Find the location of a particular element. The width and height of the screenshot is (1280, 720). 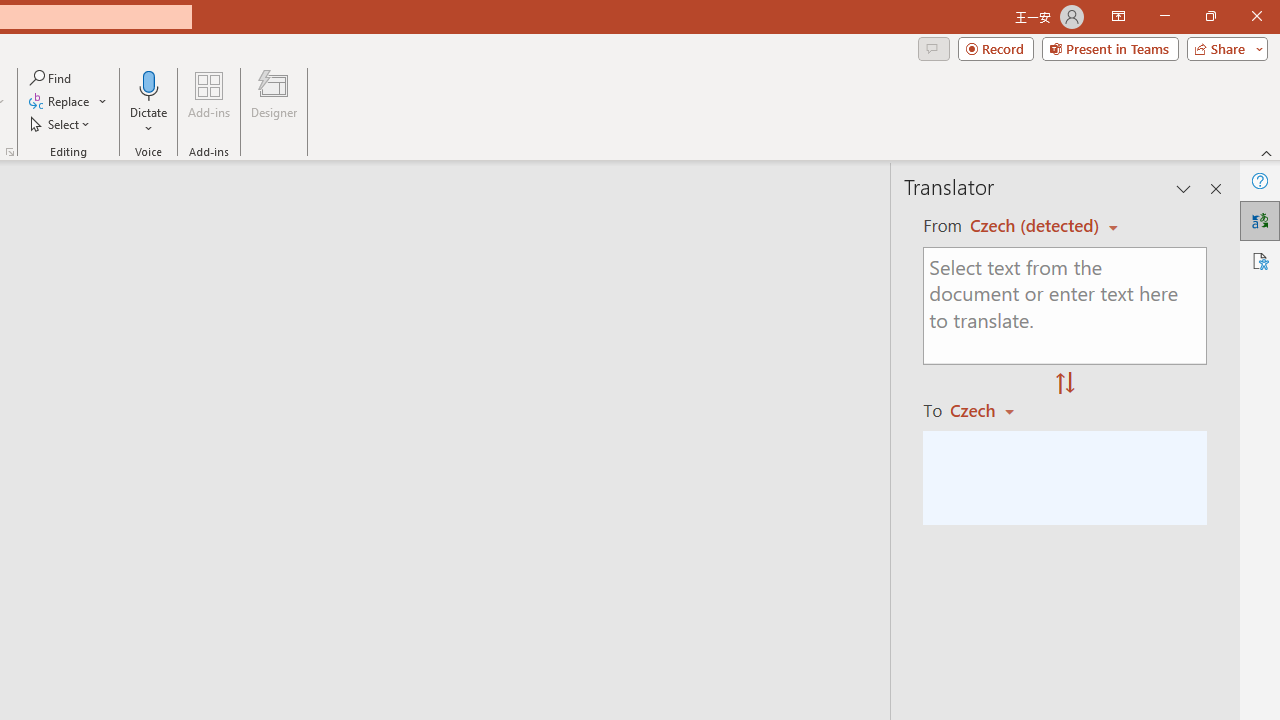

'Czech (detected)' is located at coordinates (1037, 225).